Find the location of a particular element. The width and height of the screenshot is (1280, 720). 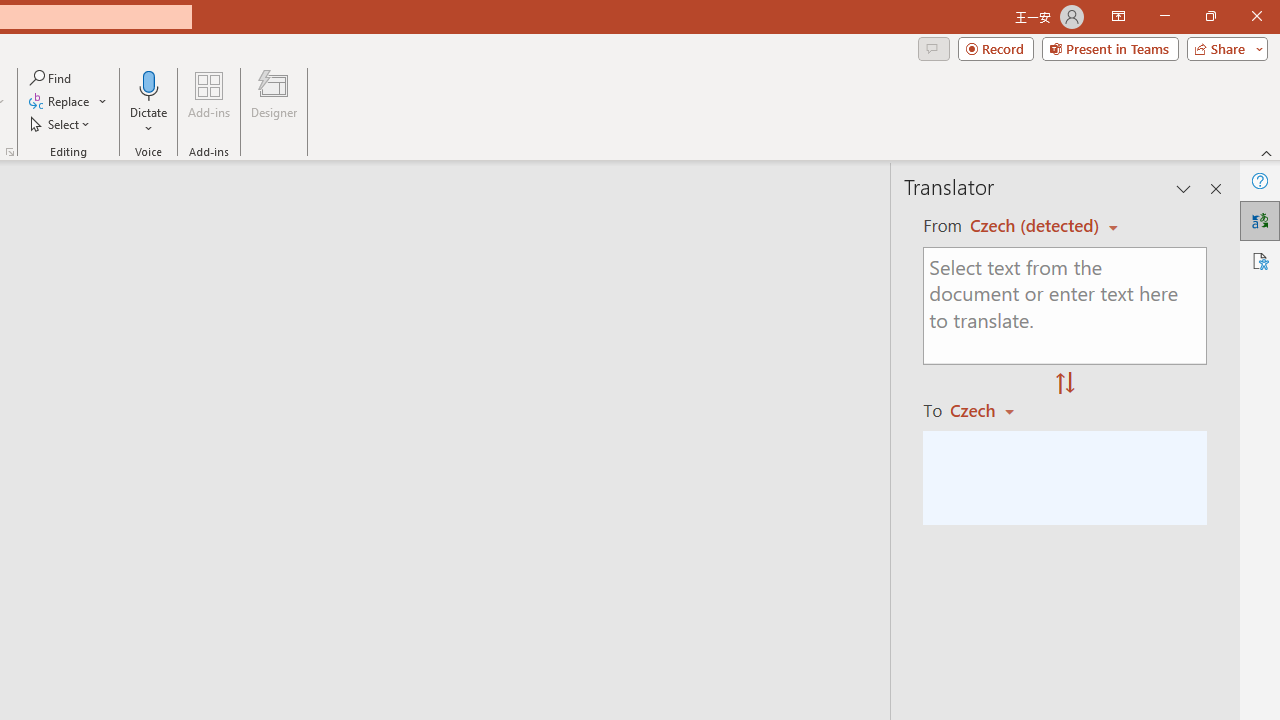

'Czech (detected)' is located at coordinates (1037, 225).